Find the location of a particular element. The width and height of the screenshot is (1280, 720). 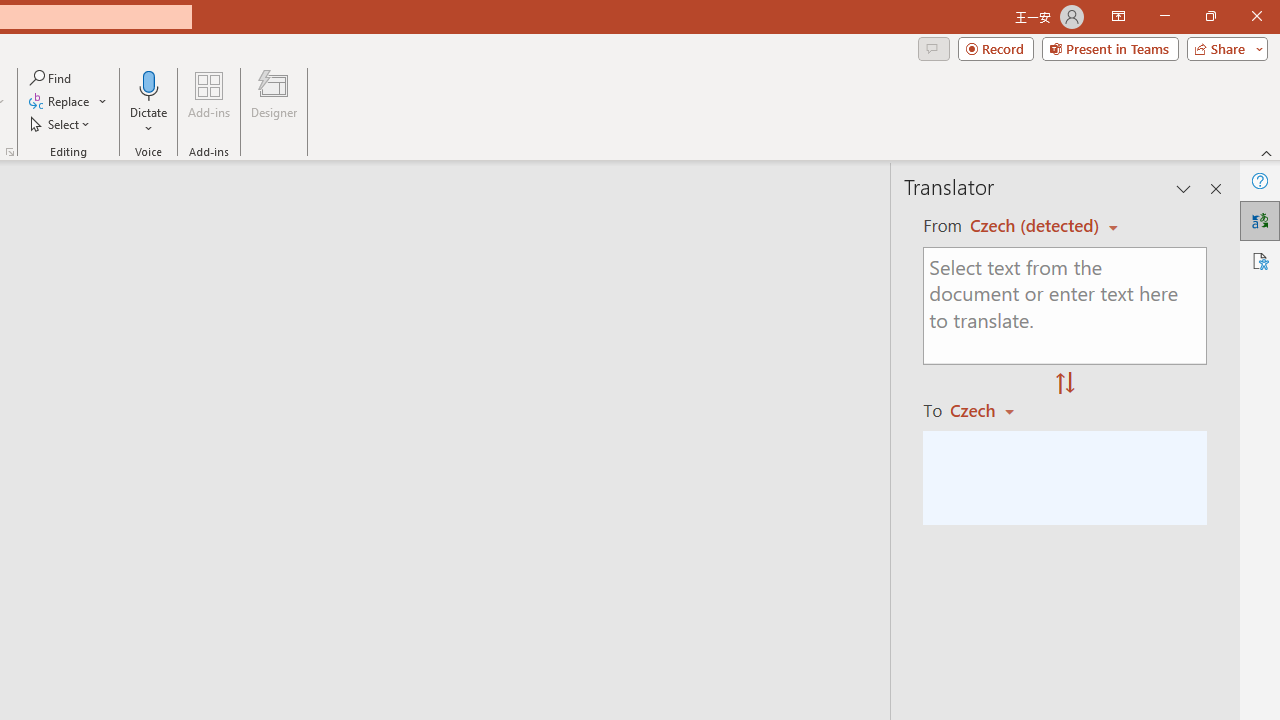

'Czech (detected)' is located at coordinates (1037, 225).